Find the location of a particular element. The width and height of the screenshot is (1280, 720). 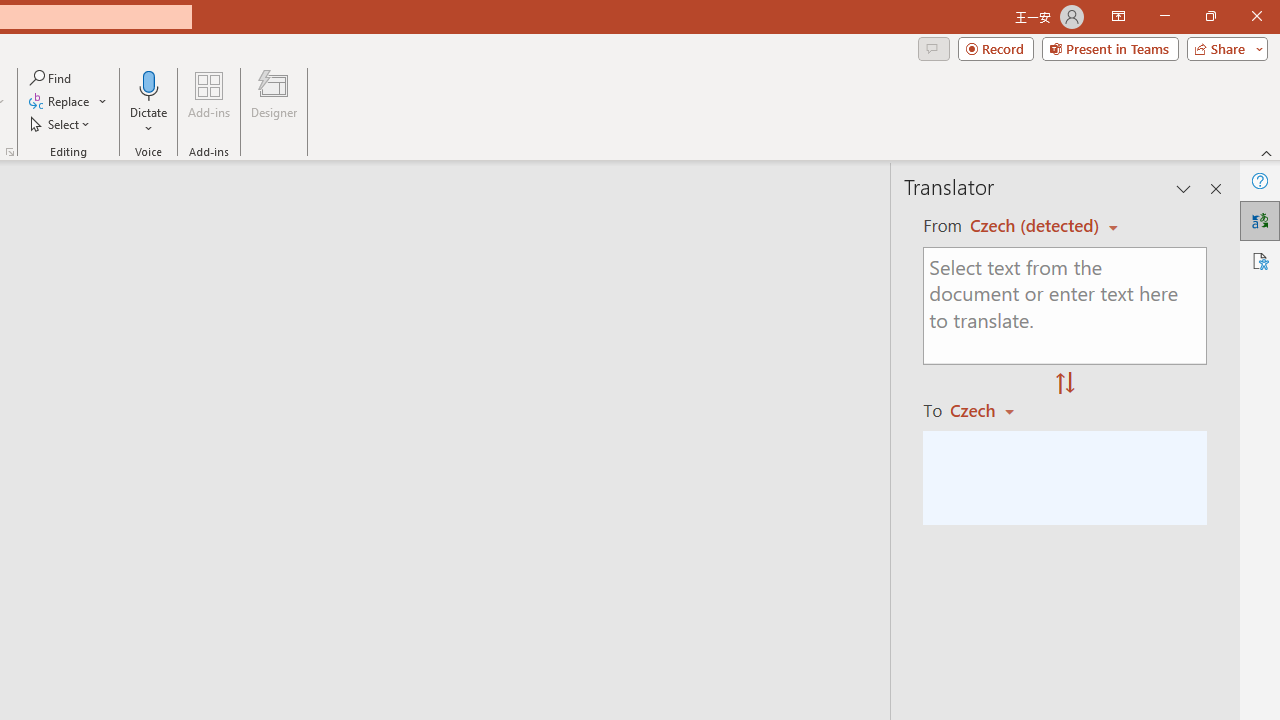

'Czech (detected)' is located at coordinates (1037, 225).